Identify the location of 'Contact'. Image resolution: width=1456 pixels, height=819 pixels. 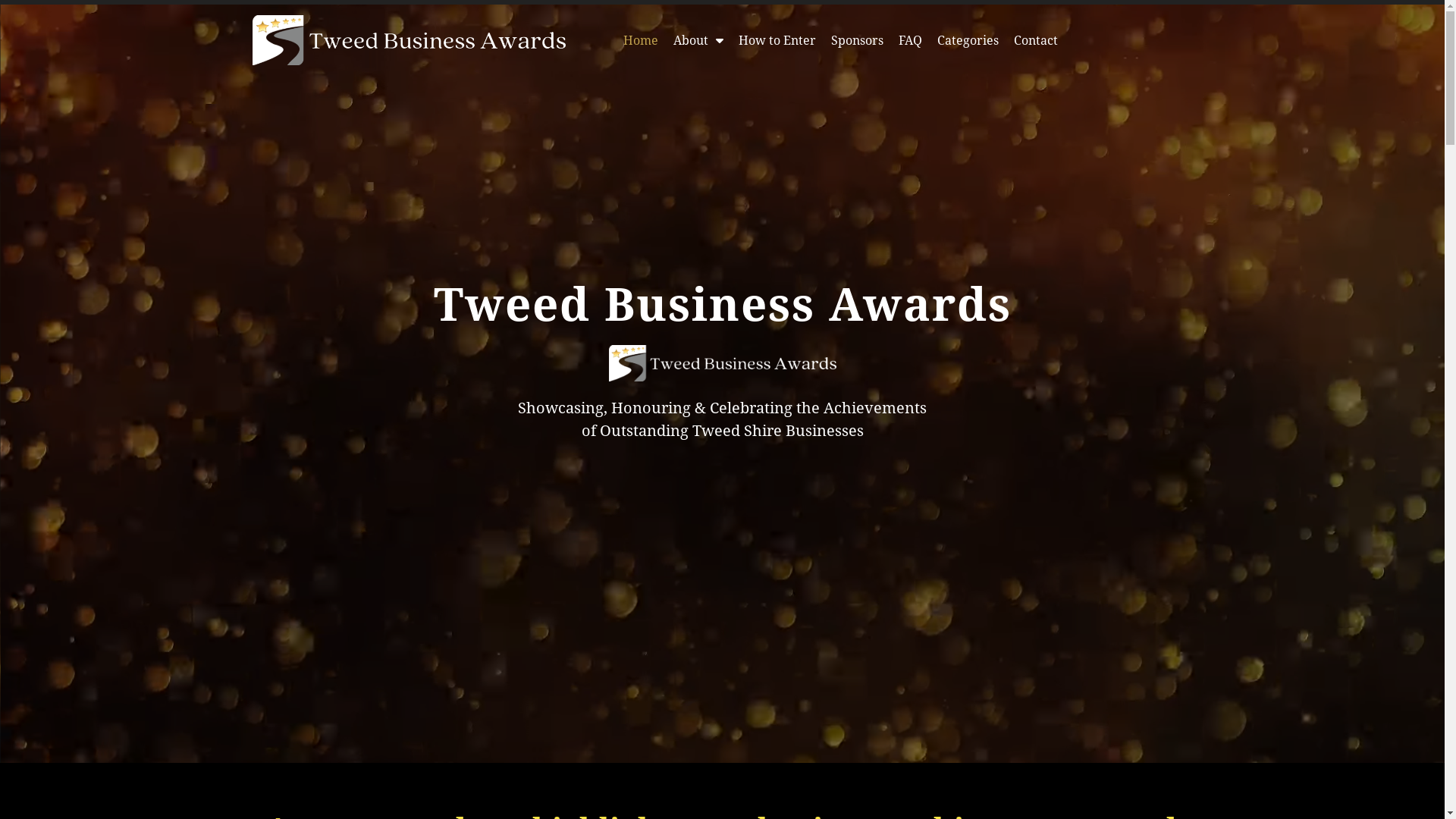
(1014, 39).